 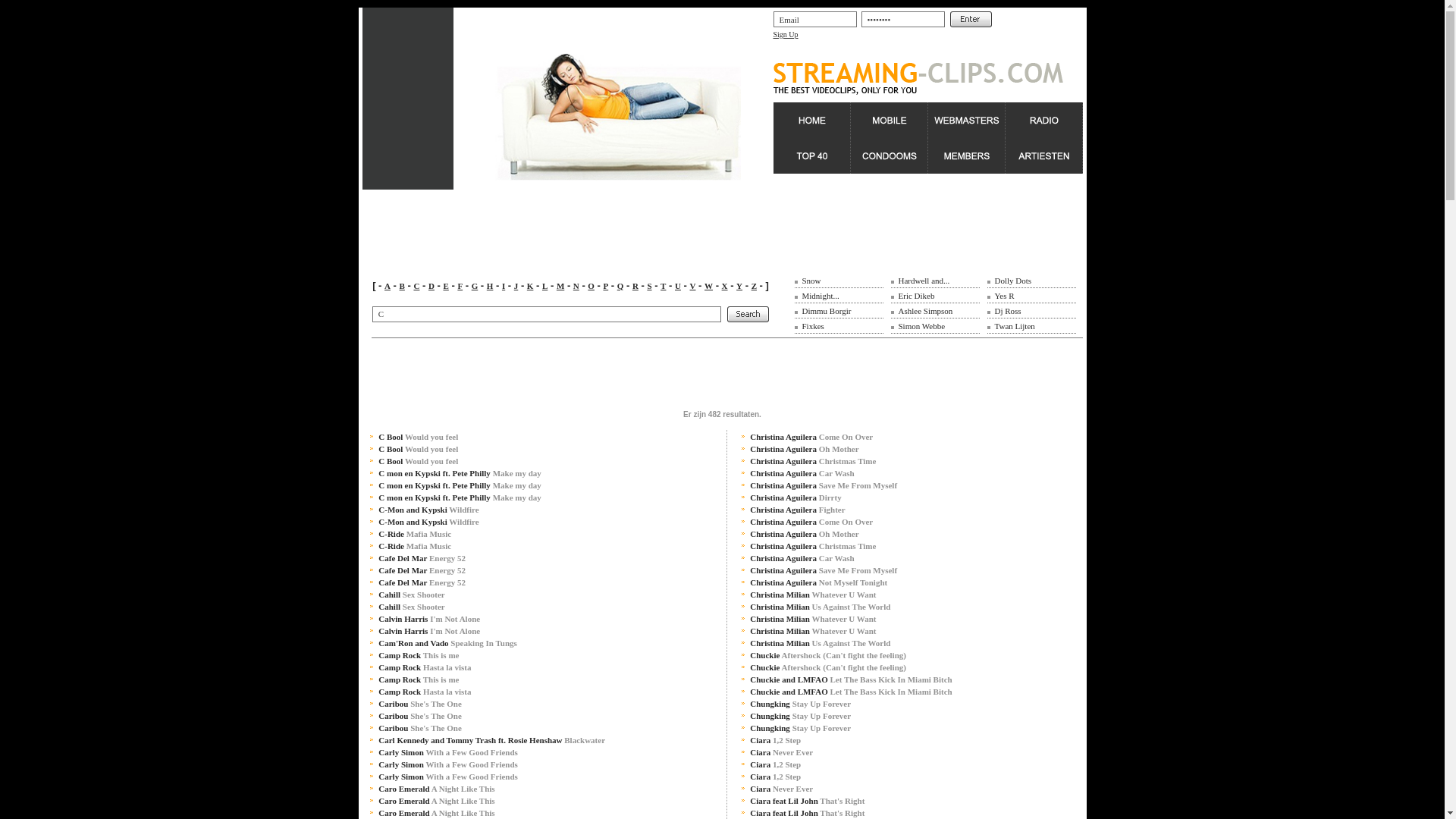 What do you see at coordinates (920, 325) in the screenshot?
I see `'Simon Webbe'` at bounding box center [920, 325].